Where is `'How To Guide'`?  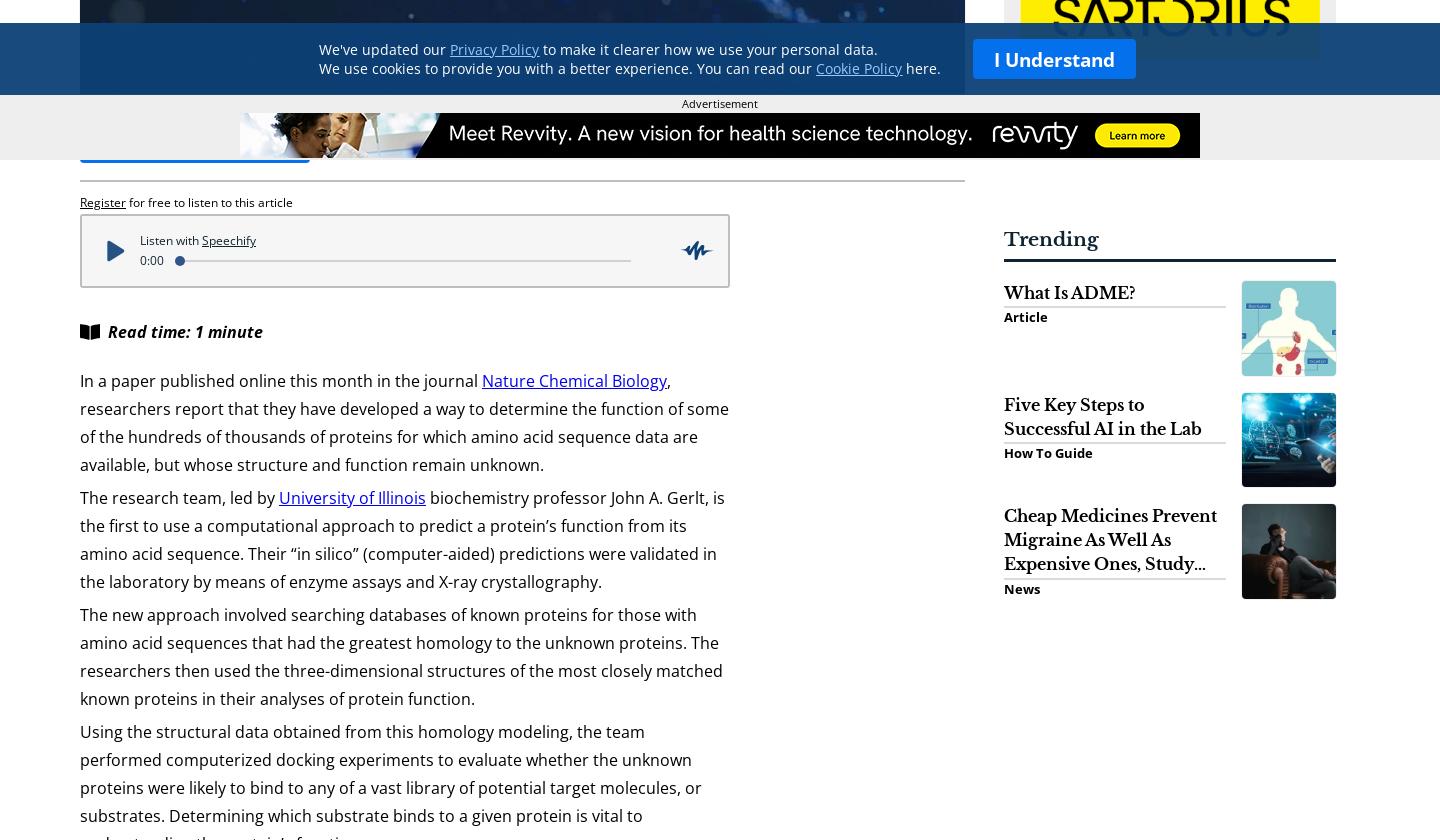
'How To Guide' is located at coordinates (1048, 452).